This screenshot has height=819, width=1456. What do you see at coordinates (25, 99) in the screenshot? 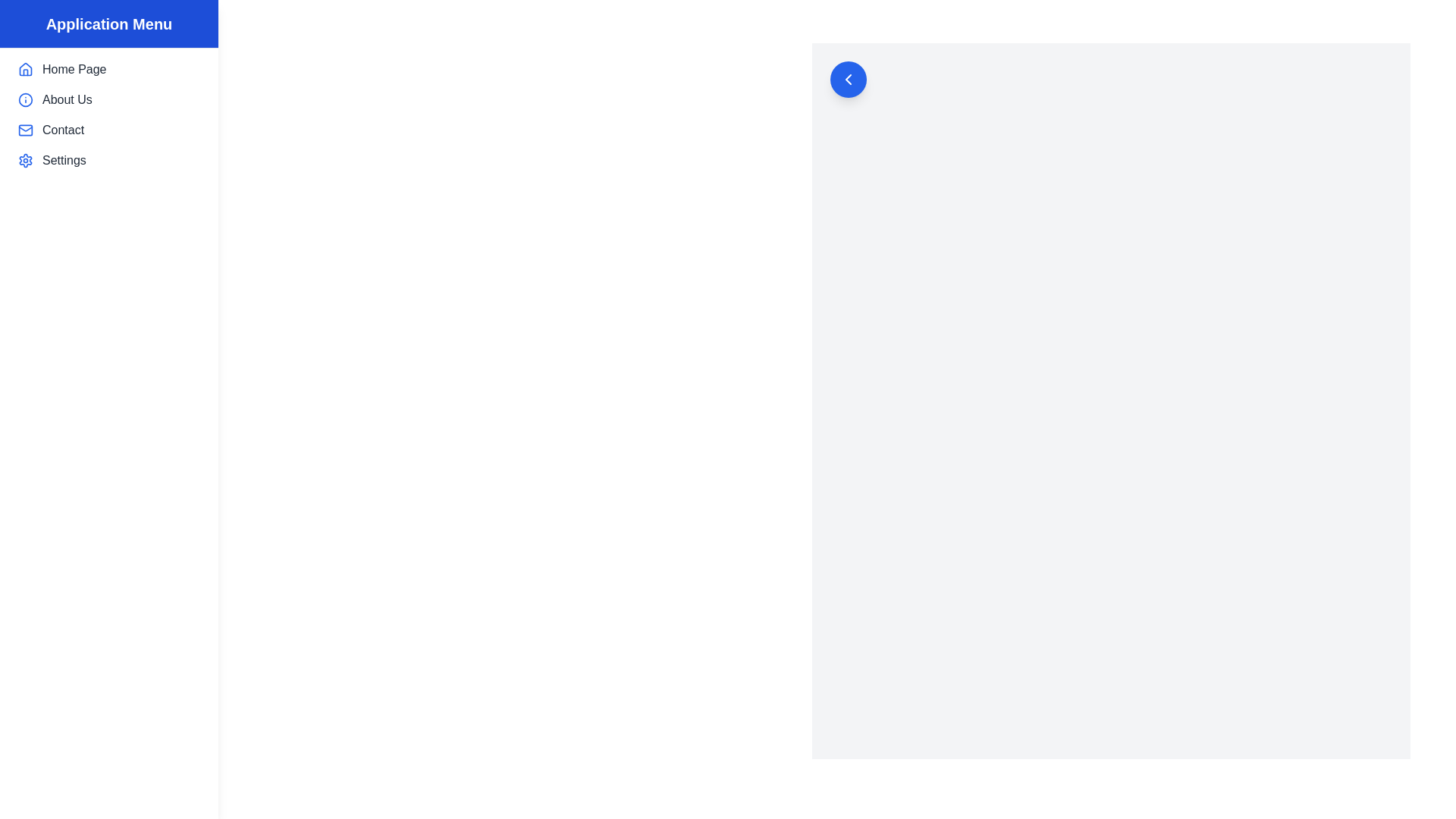
I see `the information icon located on the left sidebar next to the 'About Us' text label` at bounding box center [25, 99].